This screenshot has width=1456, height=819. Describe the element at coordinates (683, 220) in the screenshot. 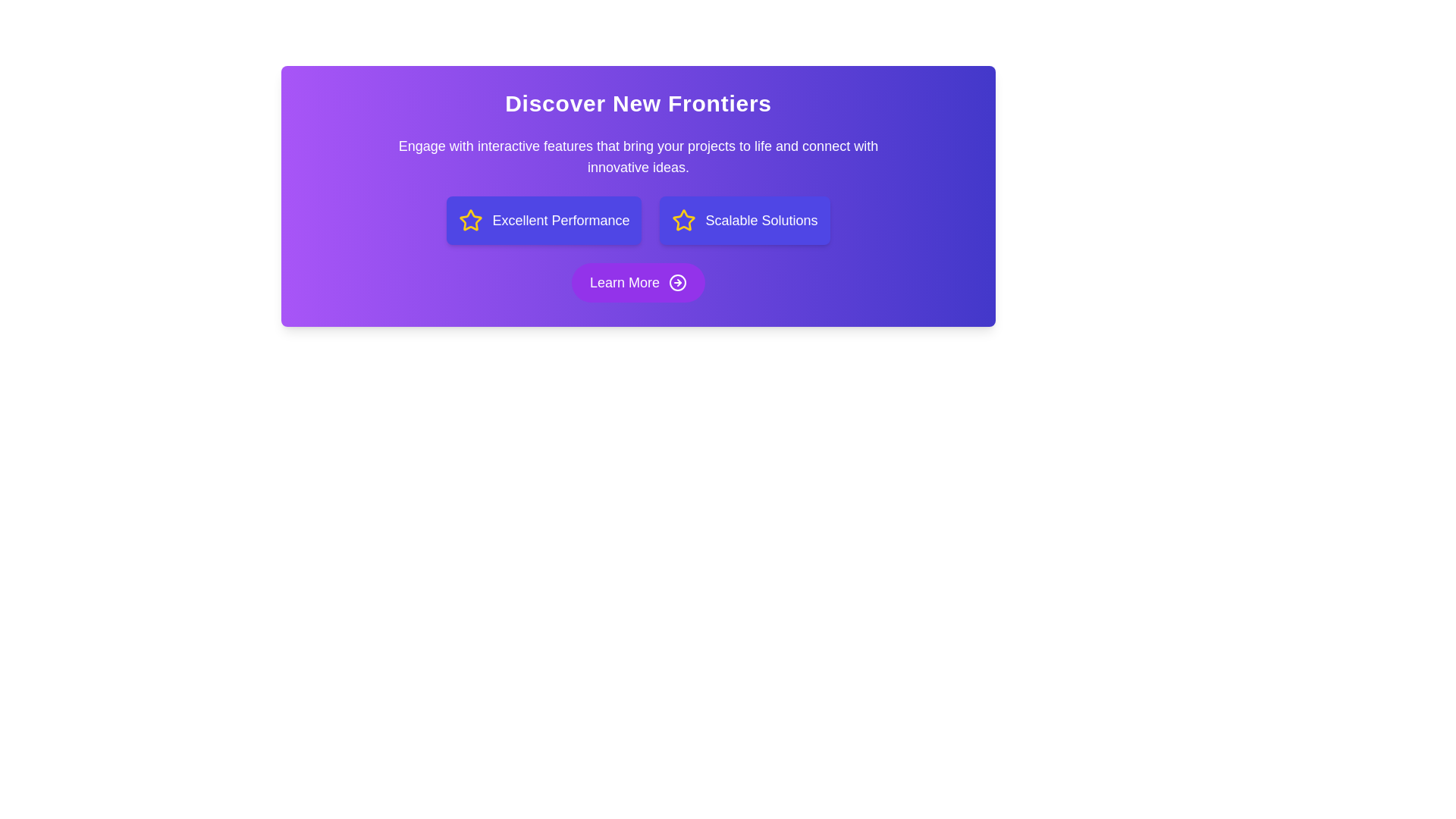

I see `the second star-shaped icon outlined in bold yellow with a blue interior, located under the 'Discover New Frontiers' heading, to the left of 'Scalable Solutions'` at that location.